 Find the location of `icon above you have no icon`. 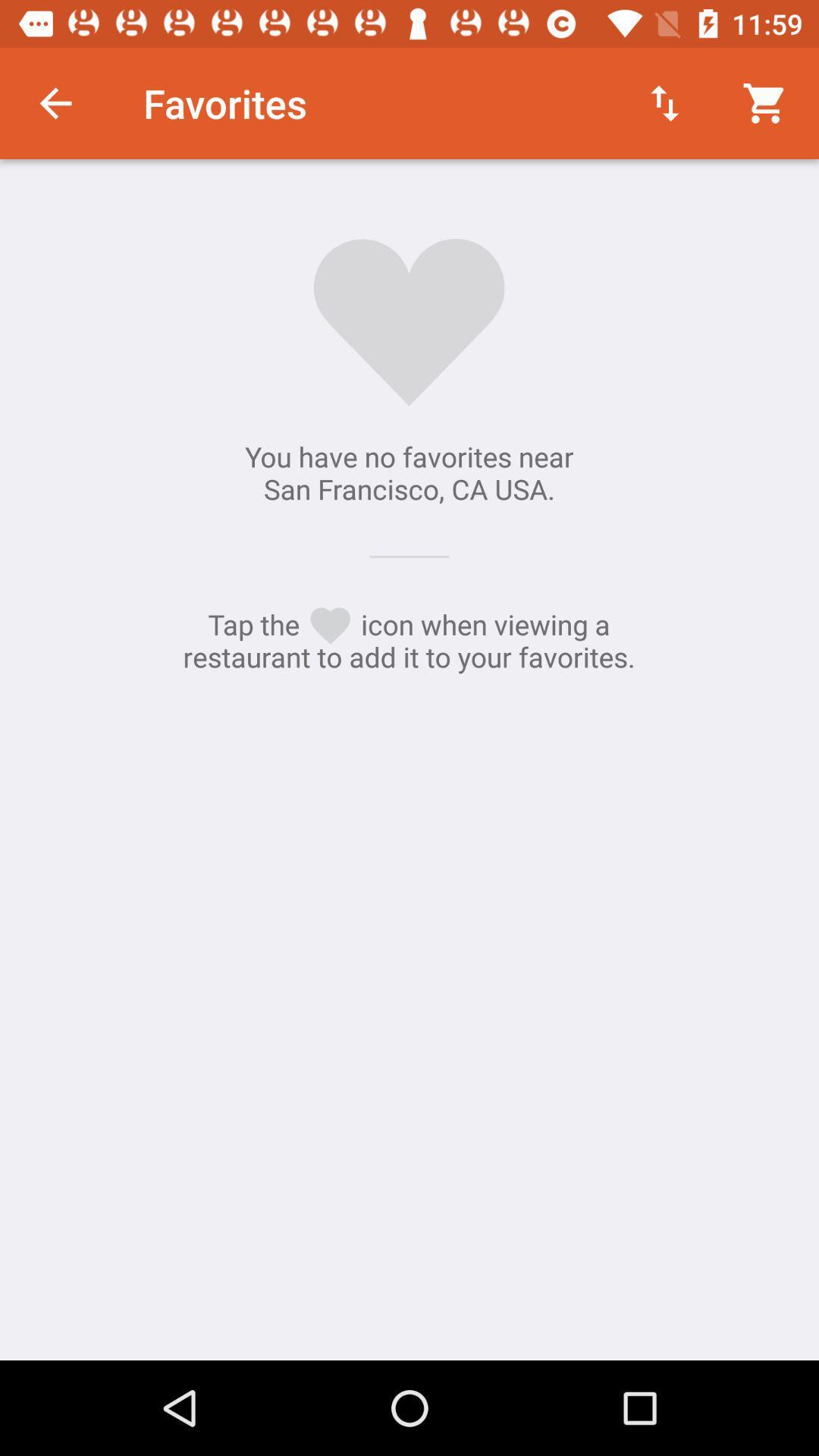

icon above you have no icon is located at coordinates (55, 102).